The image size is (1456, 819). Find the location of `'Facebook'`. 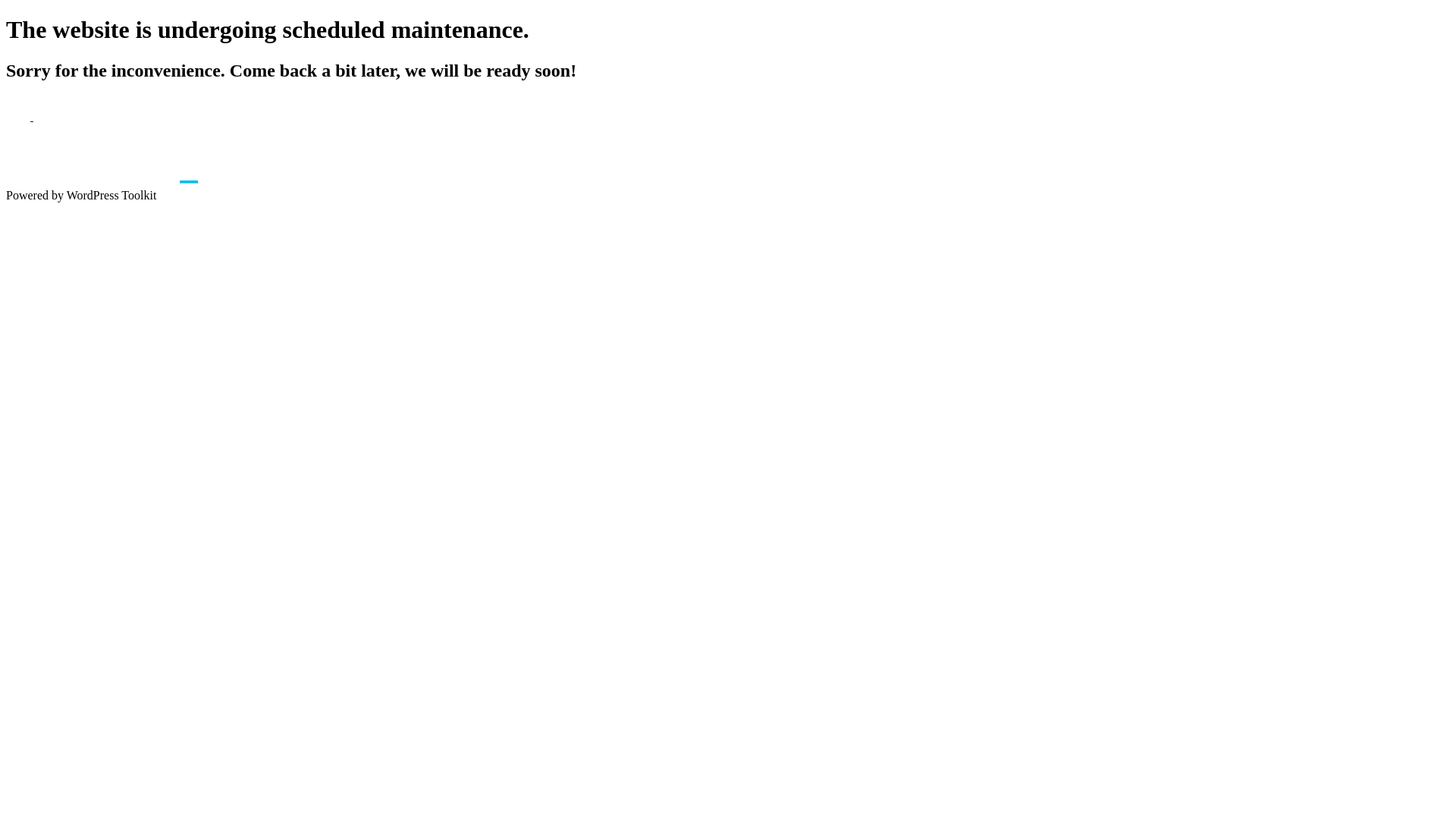

'Facebook' is located at coordinates (6, 115).